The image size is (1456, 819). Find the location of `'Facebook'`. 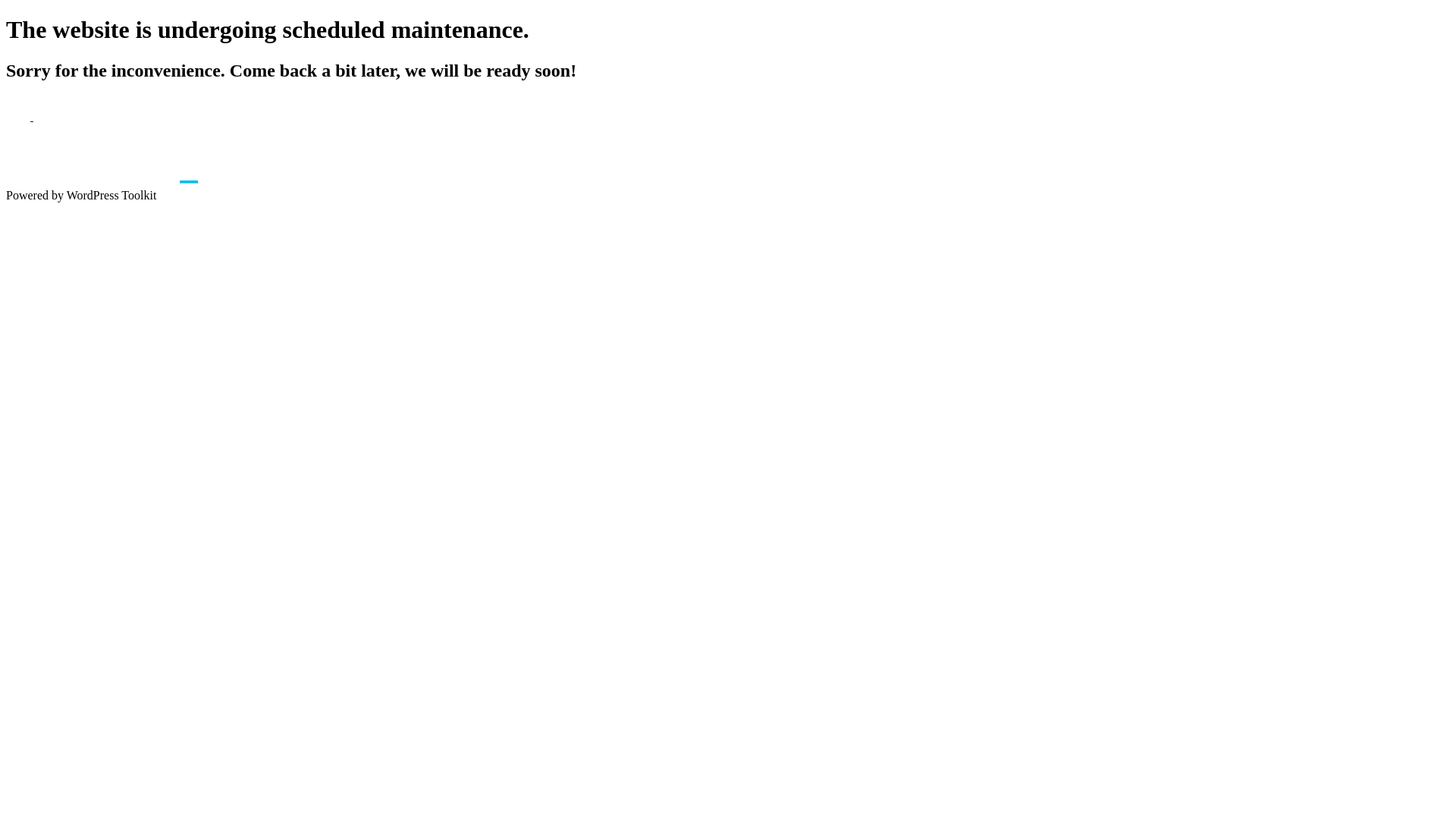

'Facebook' is located at coordinates (6, 115).